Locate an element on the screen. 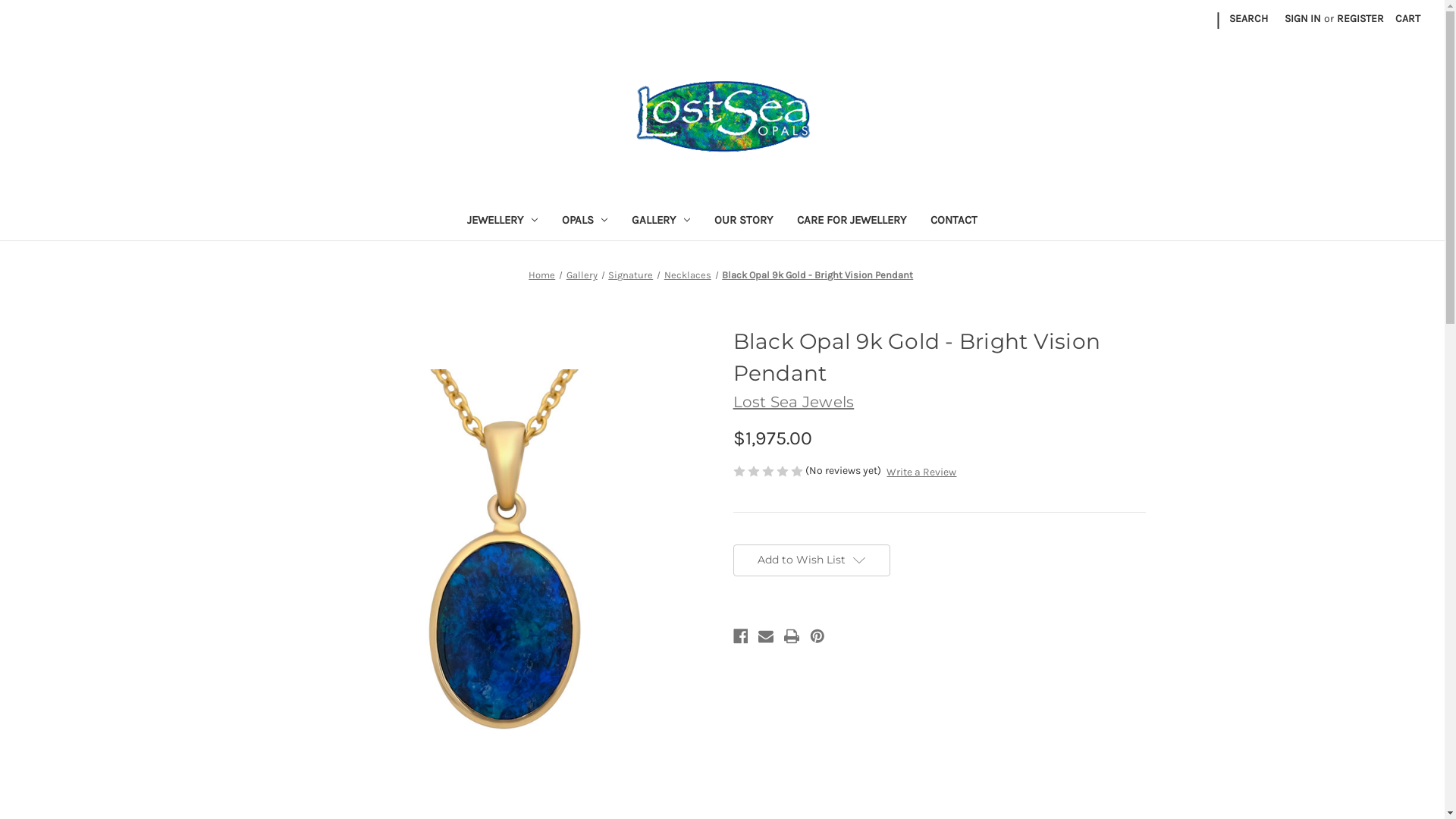  'Facebook' is located at coordinates (739, 636).